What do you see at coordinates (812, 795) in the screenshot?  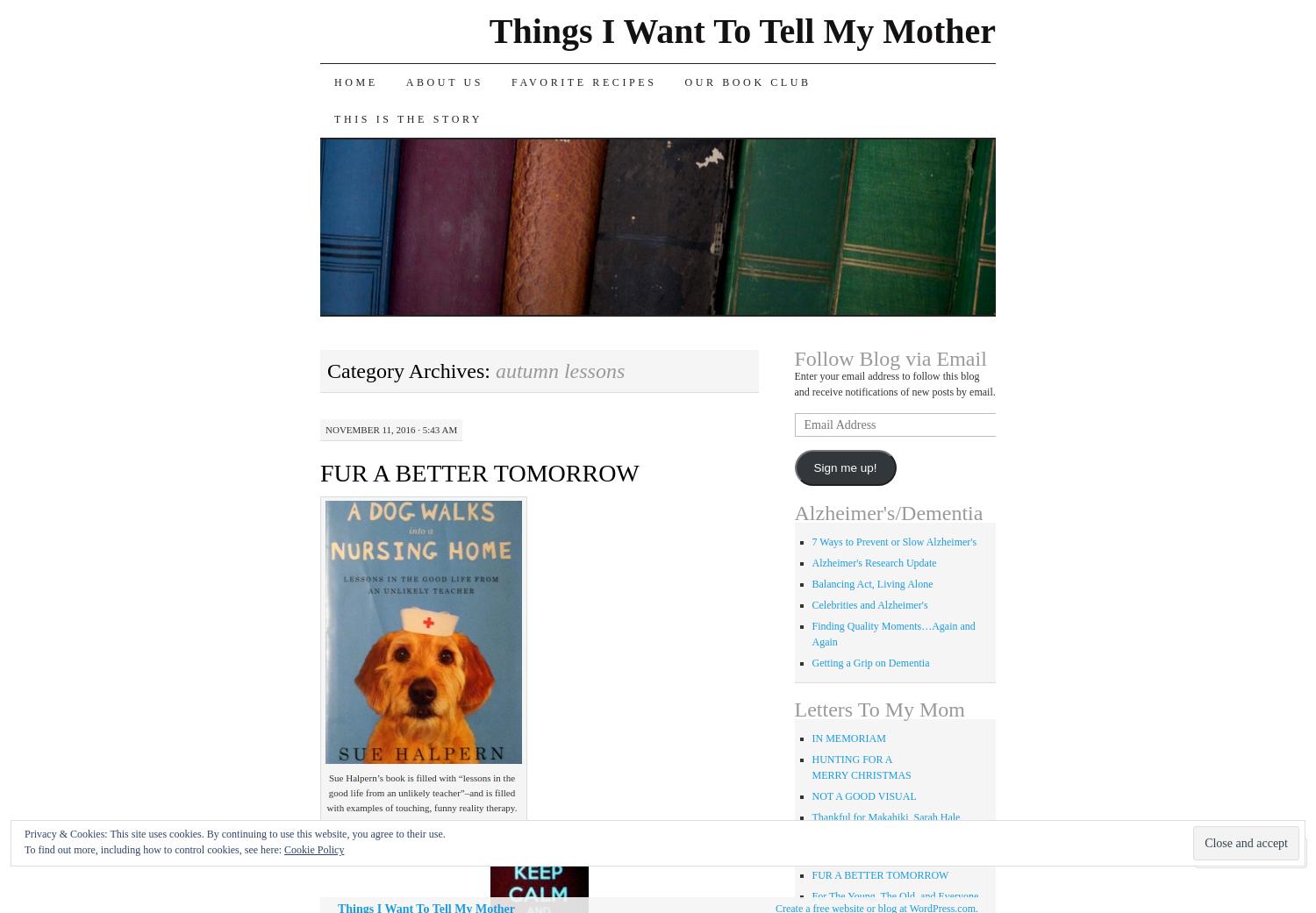 I see `'NOT A GOOD VISUAL'` at bounding box center [812, 795].